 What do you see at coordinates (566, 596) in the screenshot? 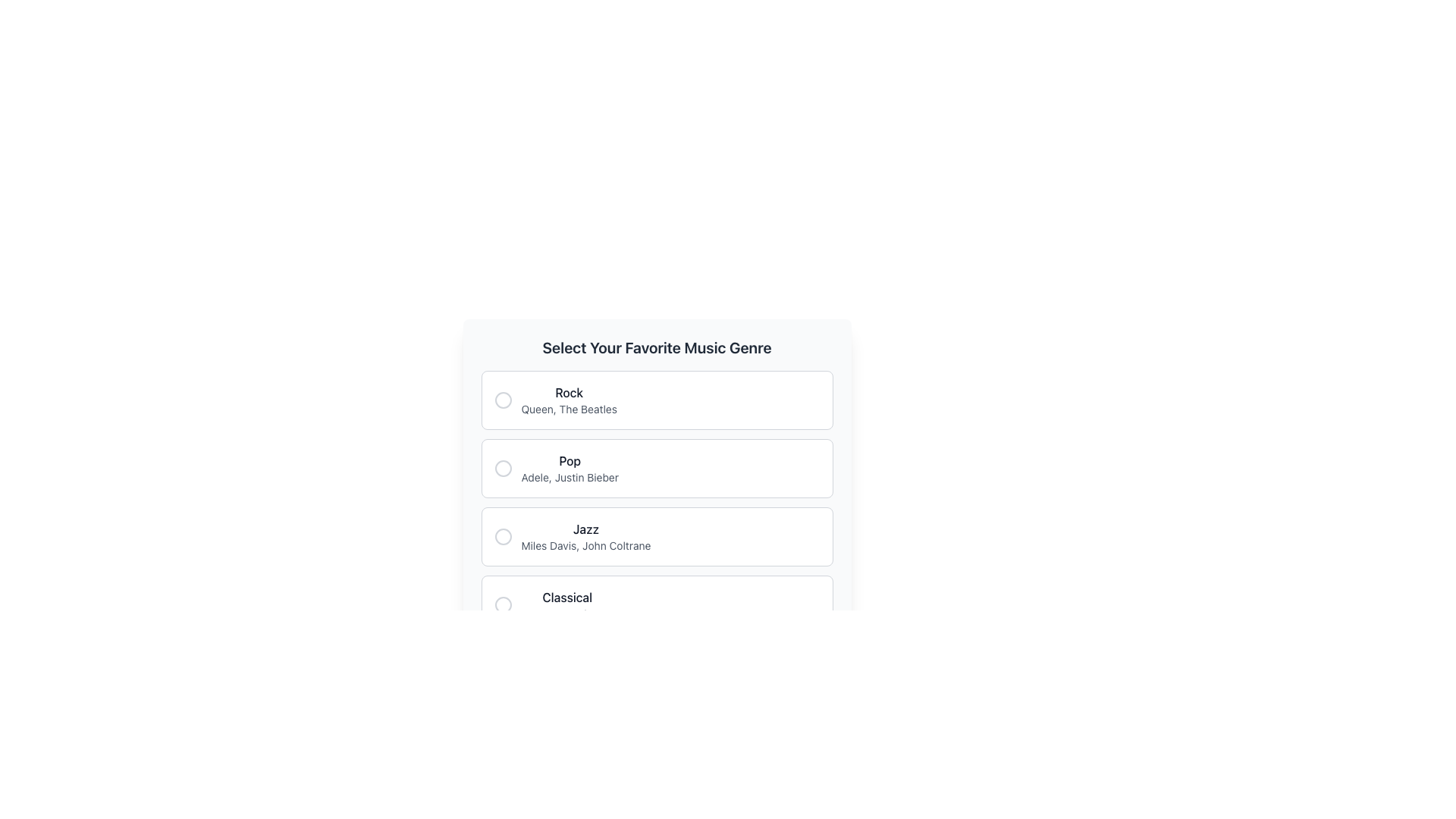
I see `the text label displaying 'Classical' in bold, located at the top of the fourth option in the music genres list` at bounding box center [566, 596].